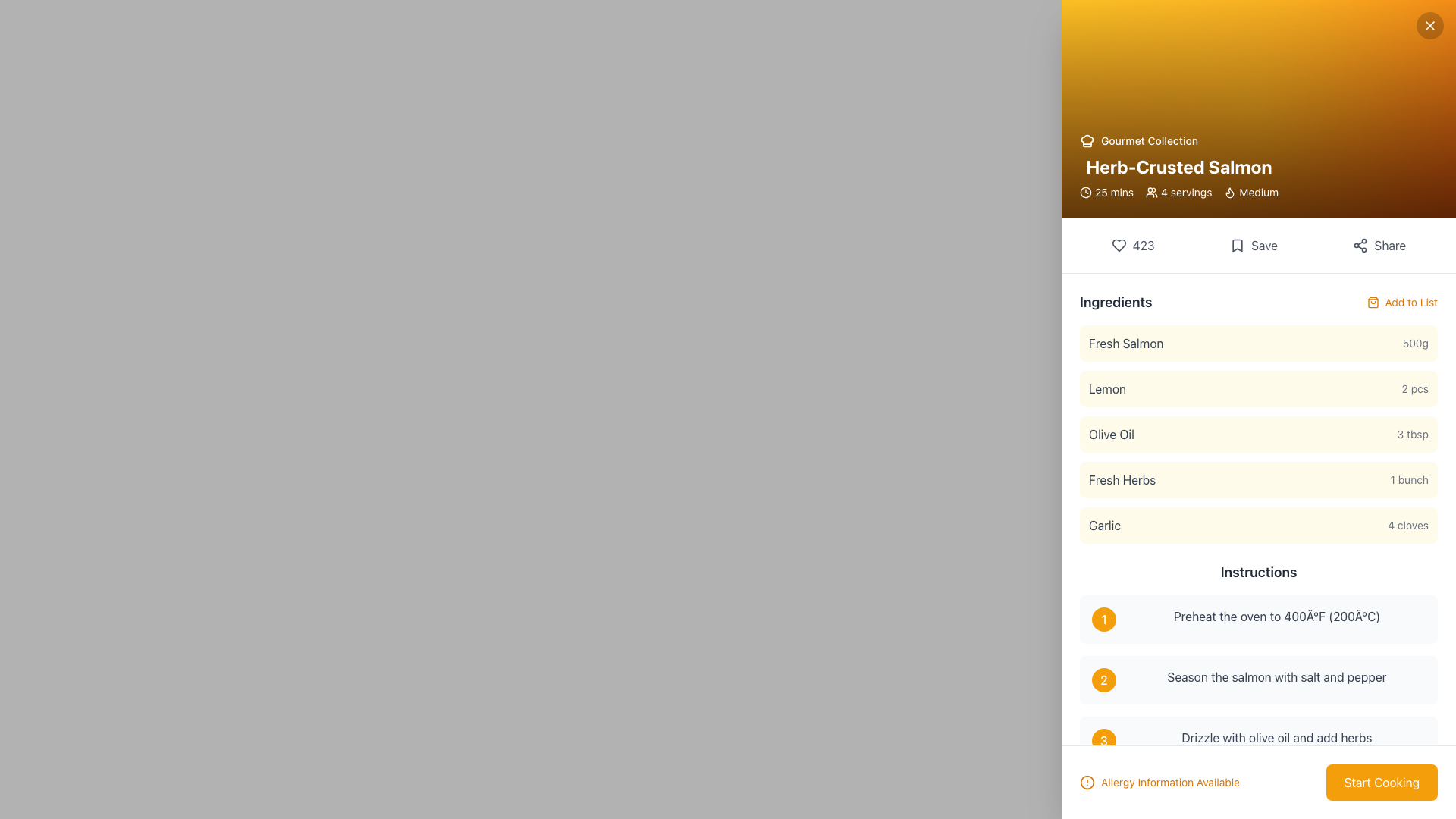 The height and width of the screenshot is (819, 1456). Describe the element at coordinates (1382, 783) in the screenshot. I see `the rectangular button with rounded corners and solid amber background labeled 'Start Cooking' to activate its hover effects` at that location.